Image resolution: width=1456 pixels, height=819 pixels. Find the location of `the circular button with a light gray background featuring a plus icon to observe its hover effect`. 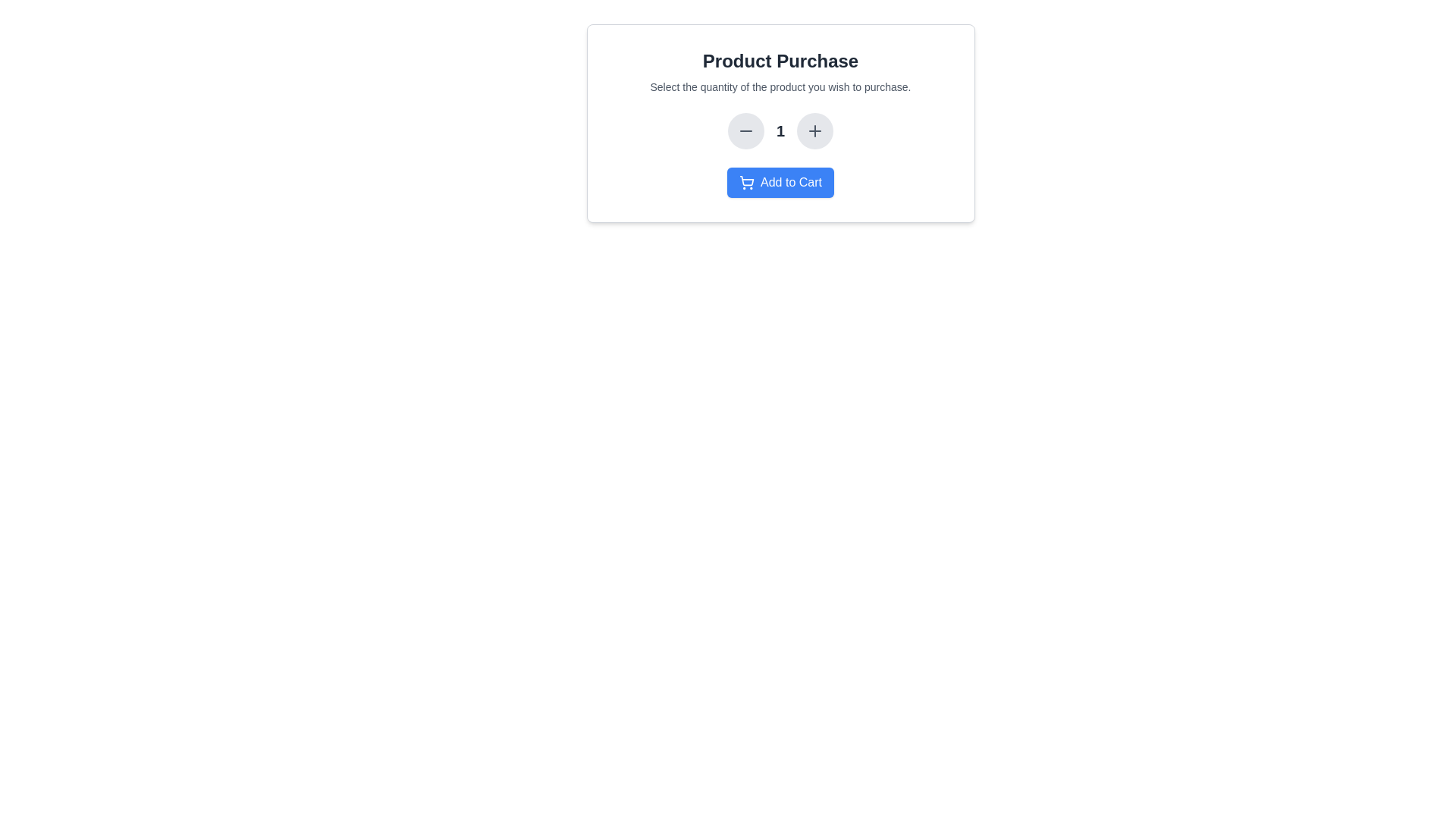

the circular button with a light gray background featuring a plus icon to observe its hover effect is located at coordinates (814, 130).